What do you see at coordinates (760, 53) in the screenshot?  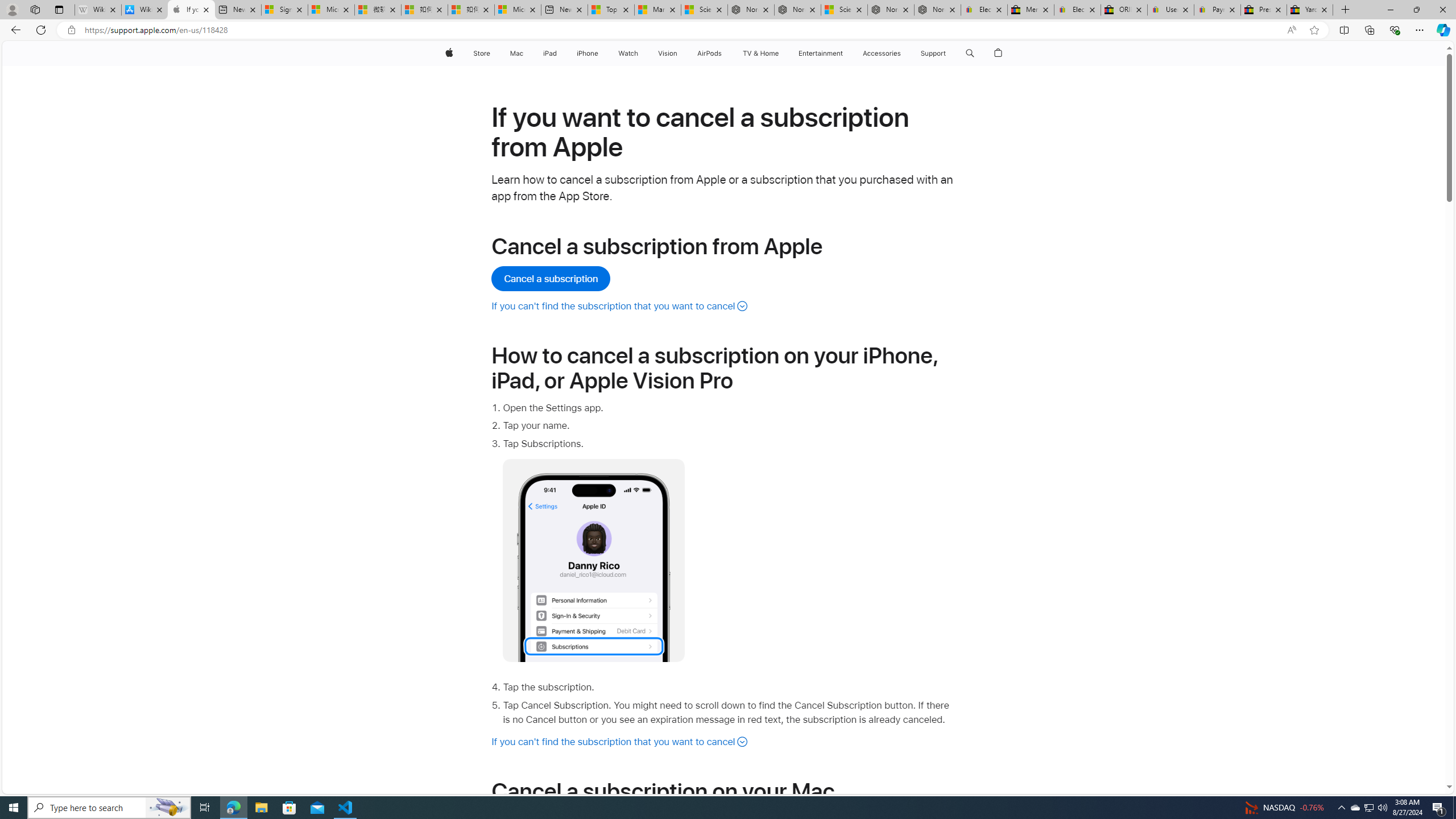 I see `'TV and Home'` at bounding box center [760, 53].